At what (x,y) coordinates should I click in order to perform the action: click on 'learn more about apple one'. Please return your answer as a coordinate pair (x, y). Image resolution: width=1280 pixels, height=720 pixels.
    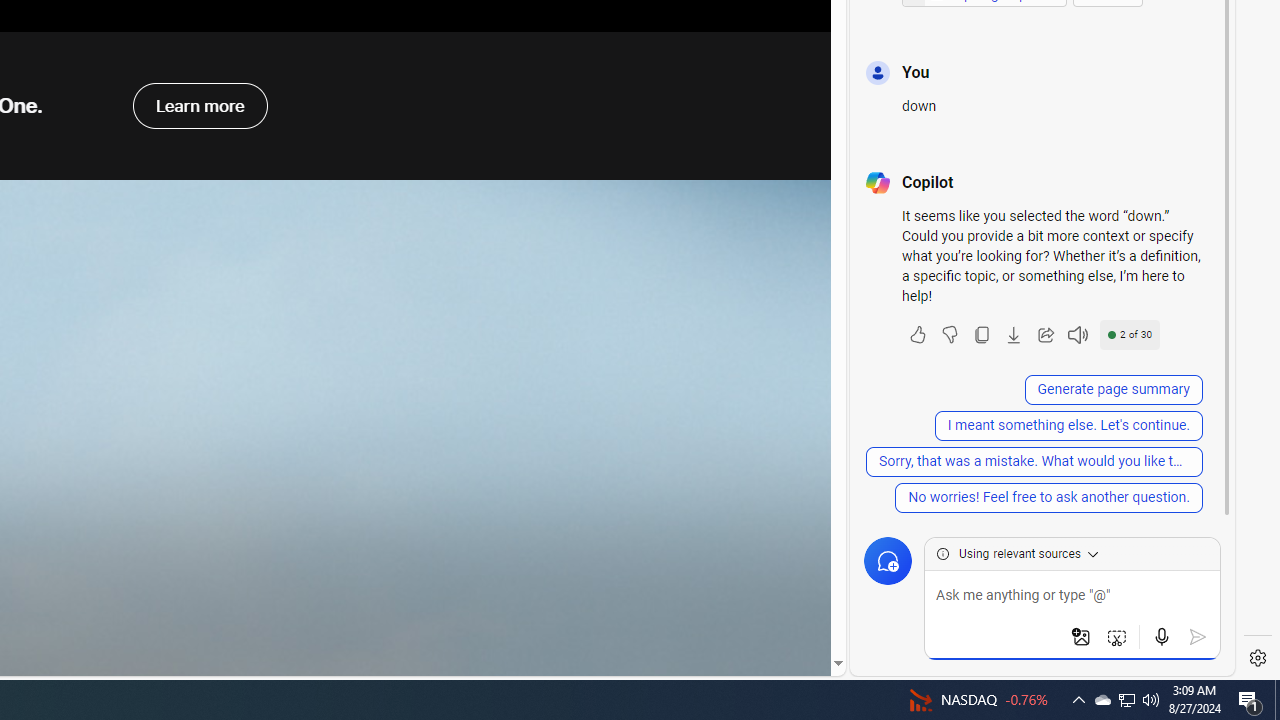
    Looking at the image, I should click on (199, 105).